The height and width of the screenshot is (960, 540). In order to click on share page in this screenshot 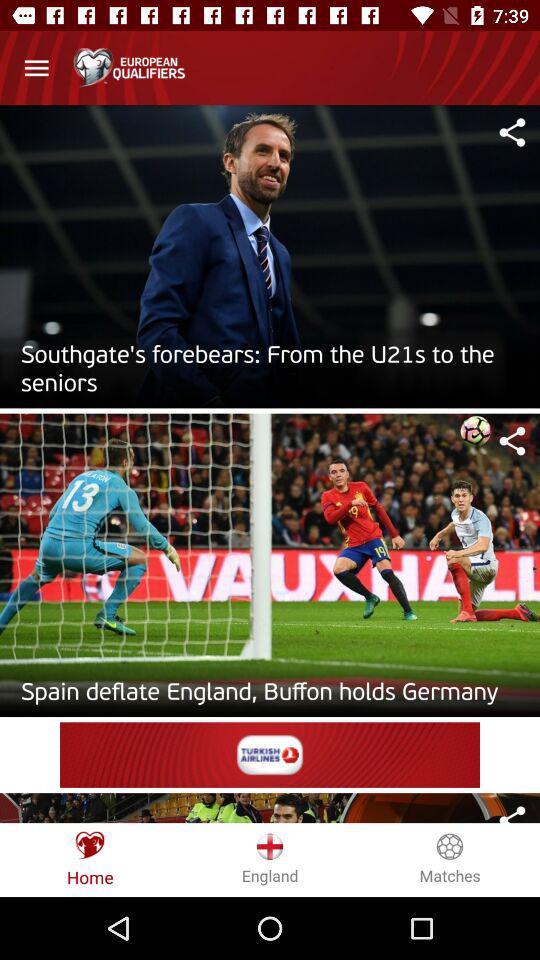, I will do `click(512, 131)`.